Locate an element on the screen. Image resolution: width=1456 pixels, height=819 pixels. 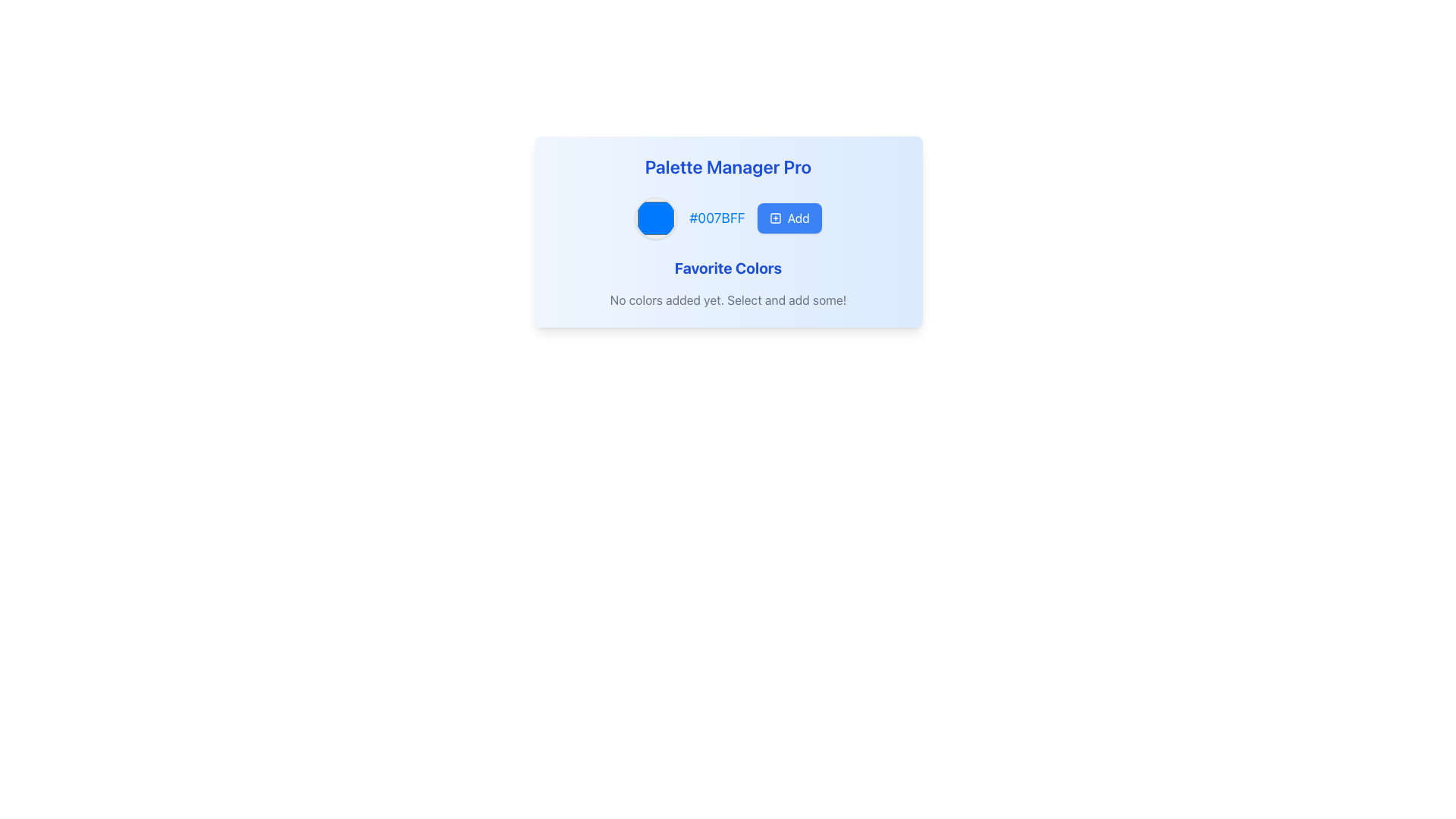
the Text Label displaying the color code '#007BFF' in a bold, blue font, which is positioned between a circular color preview and an 'Add' button is located at coordinates (716, 218).